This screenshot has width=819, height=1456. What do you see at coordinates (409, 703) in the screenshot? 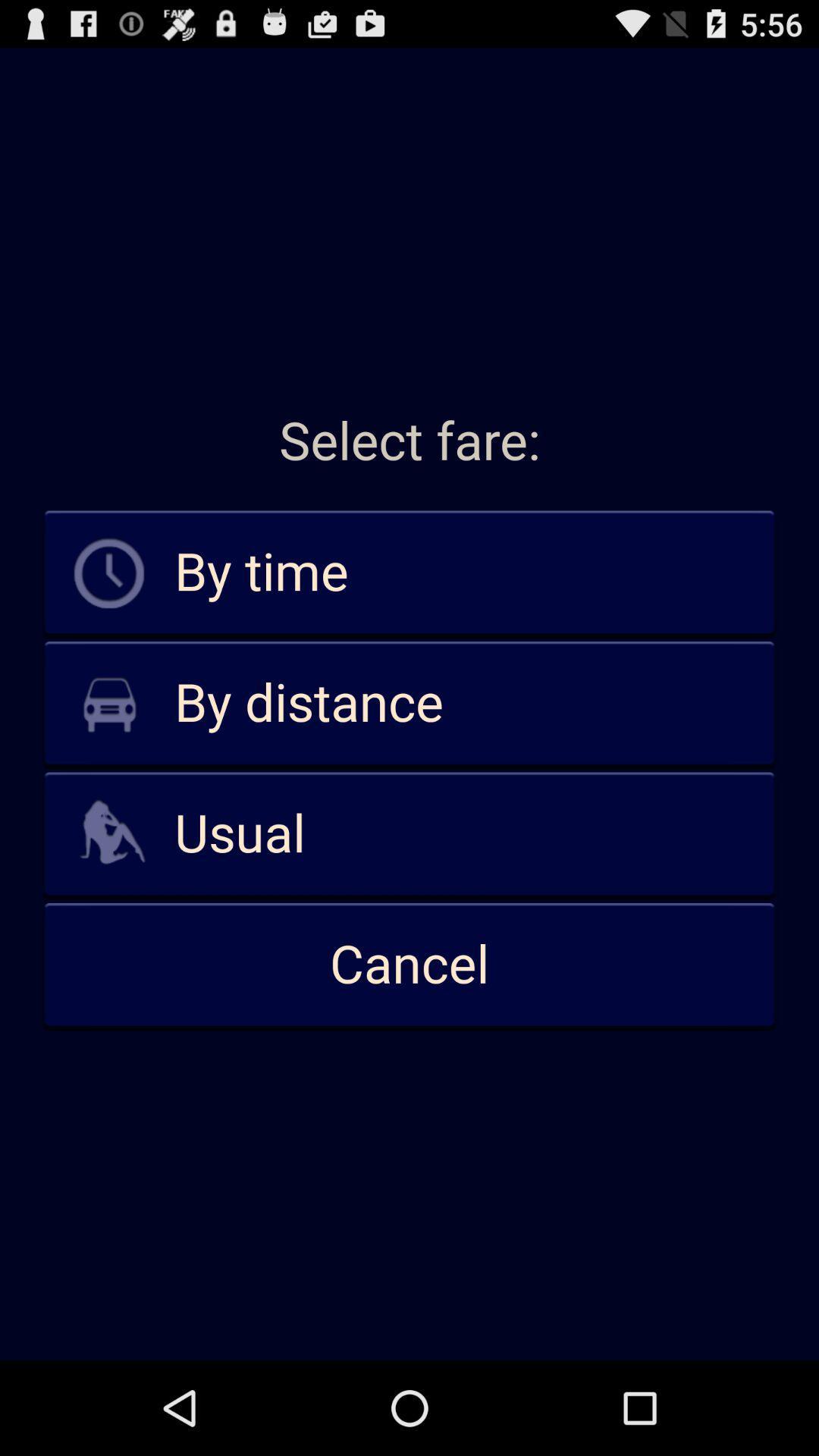
I see `the by distance item` at bounding box center [409, 703].